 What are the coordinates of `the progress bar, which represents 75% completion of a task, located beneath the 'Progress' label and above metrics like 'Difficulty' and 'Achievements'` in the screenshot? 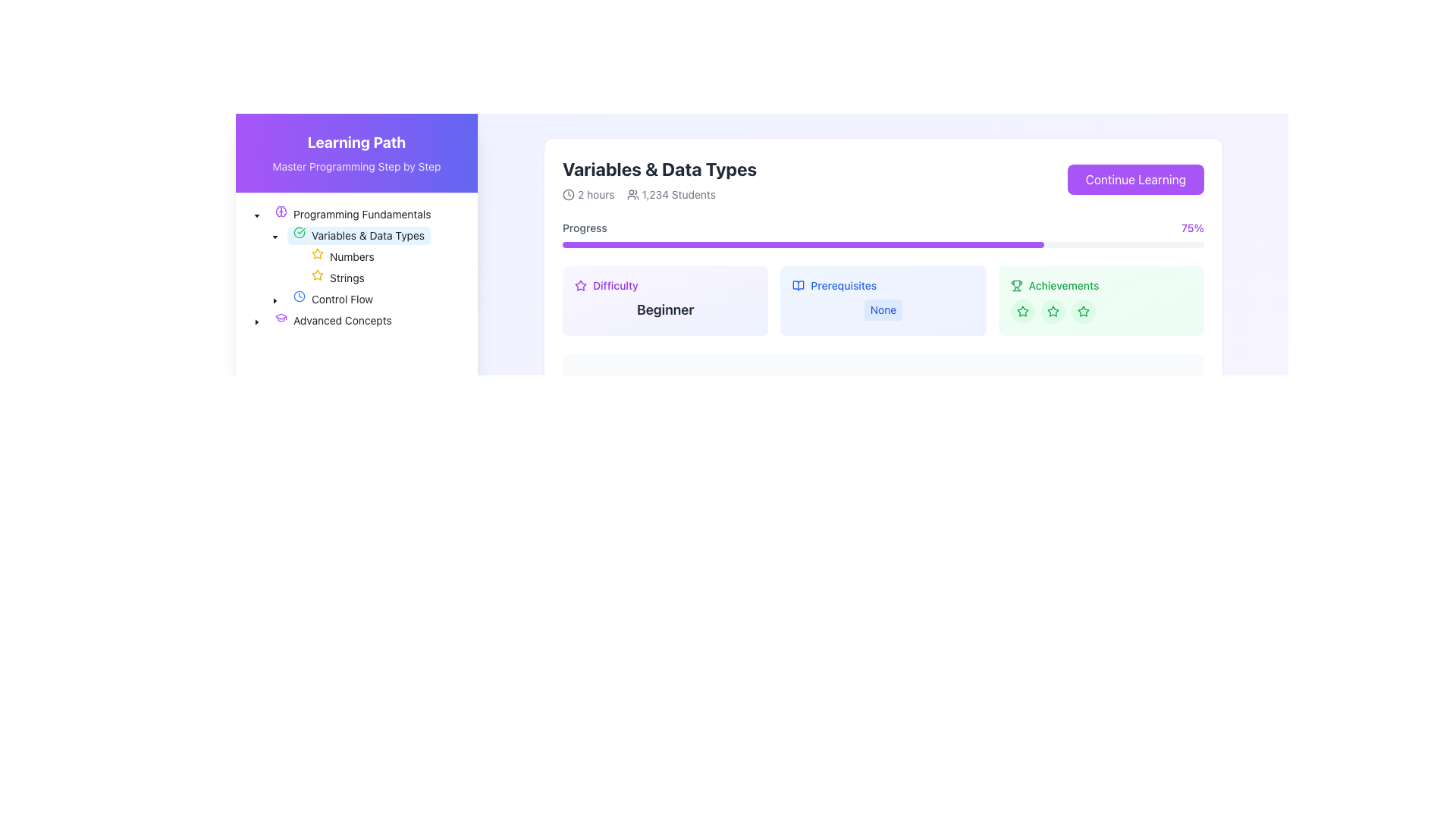 It's located at (883, 244).